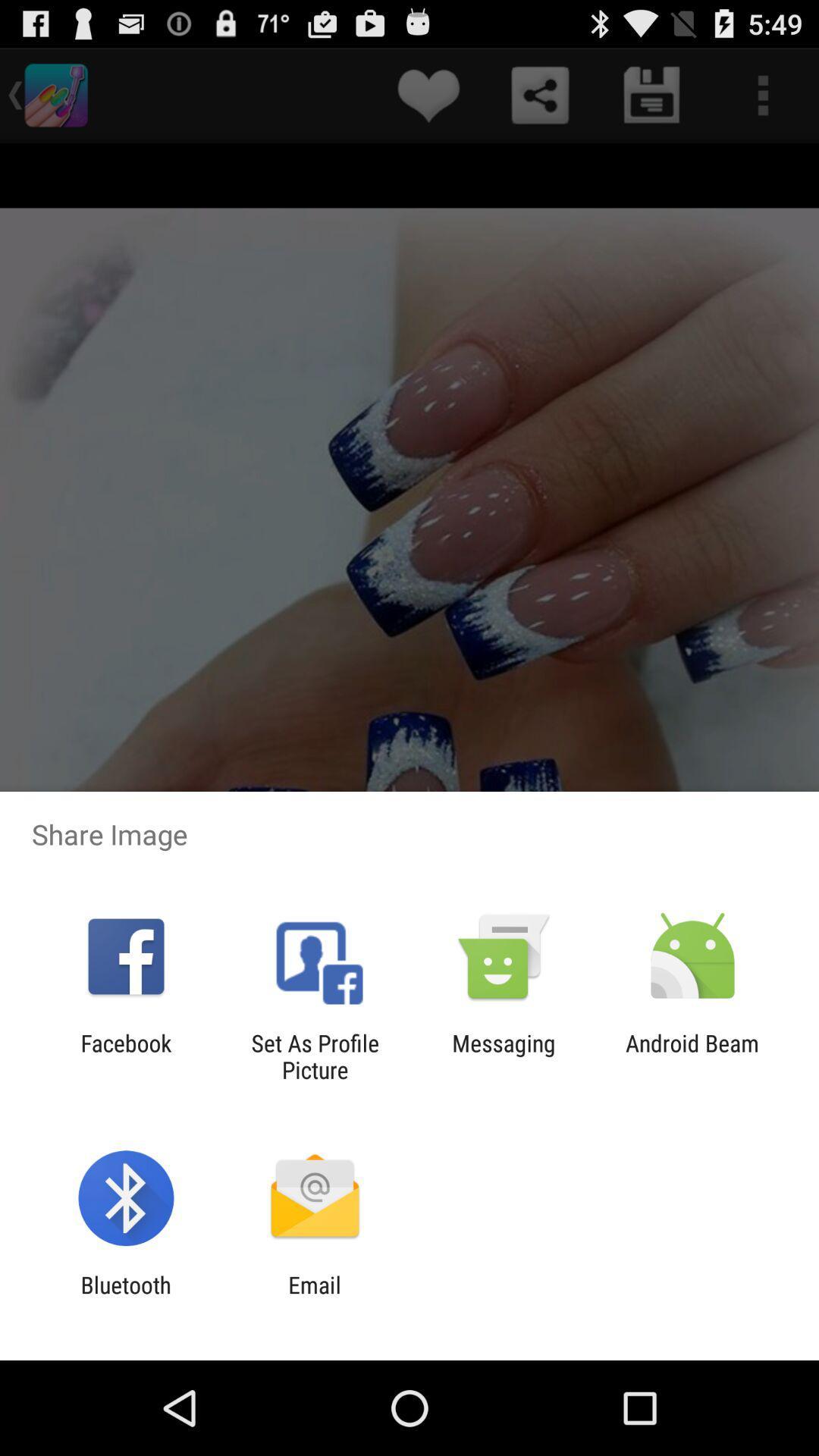 This screenshot has width=819, height=1456. I want to click on icon to the right of the facebook, so click(314, 1056).